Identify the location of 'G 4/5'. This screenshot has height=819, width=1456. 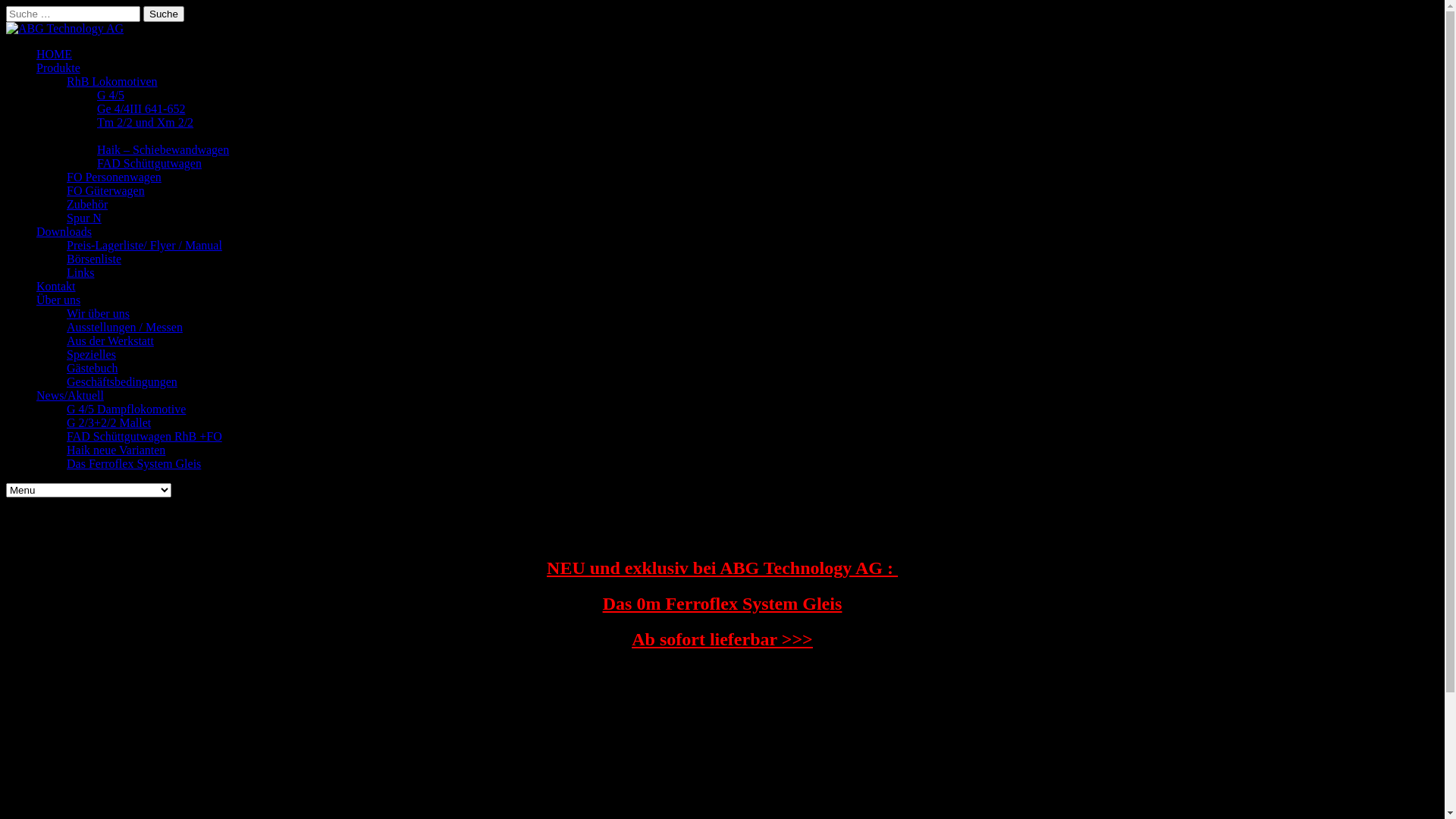
(109, 95).